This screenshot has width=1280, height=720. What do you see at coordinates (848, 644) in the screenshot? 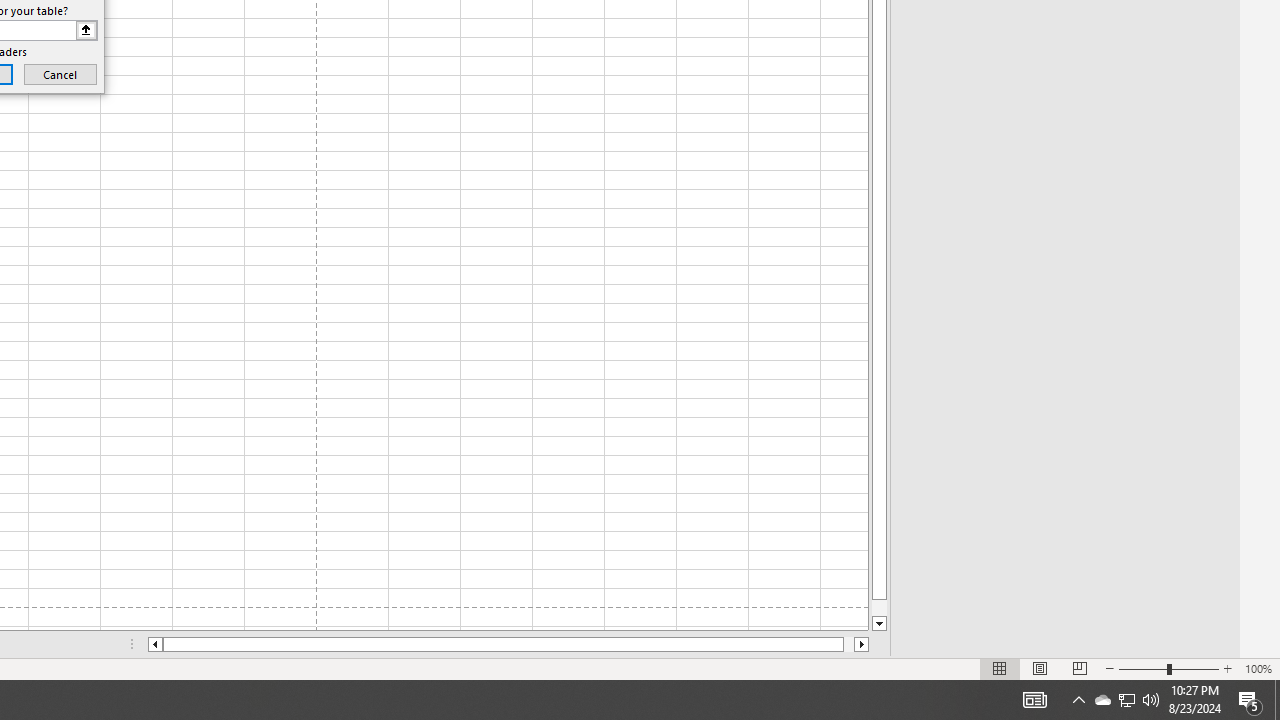
I see `'Page right'` at bounding box center [848, 644].